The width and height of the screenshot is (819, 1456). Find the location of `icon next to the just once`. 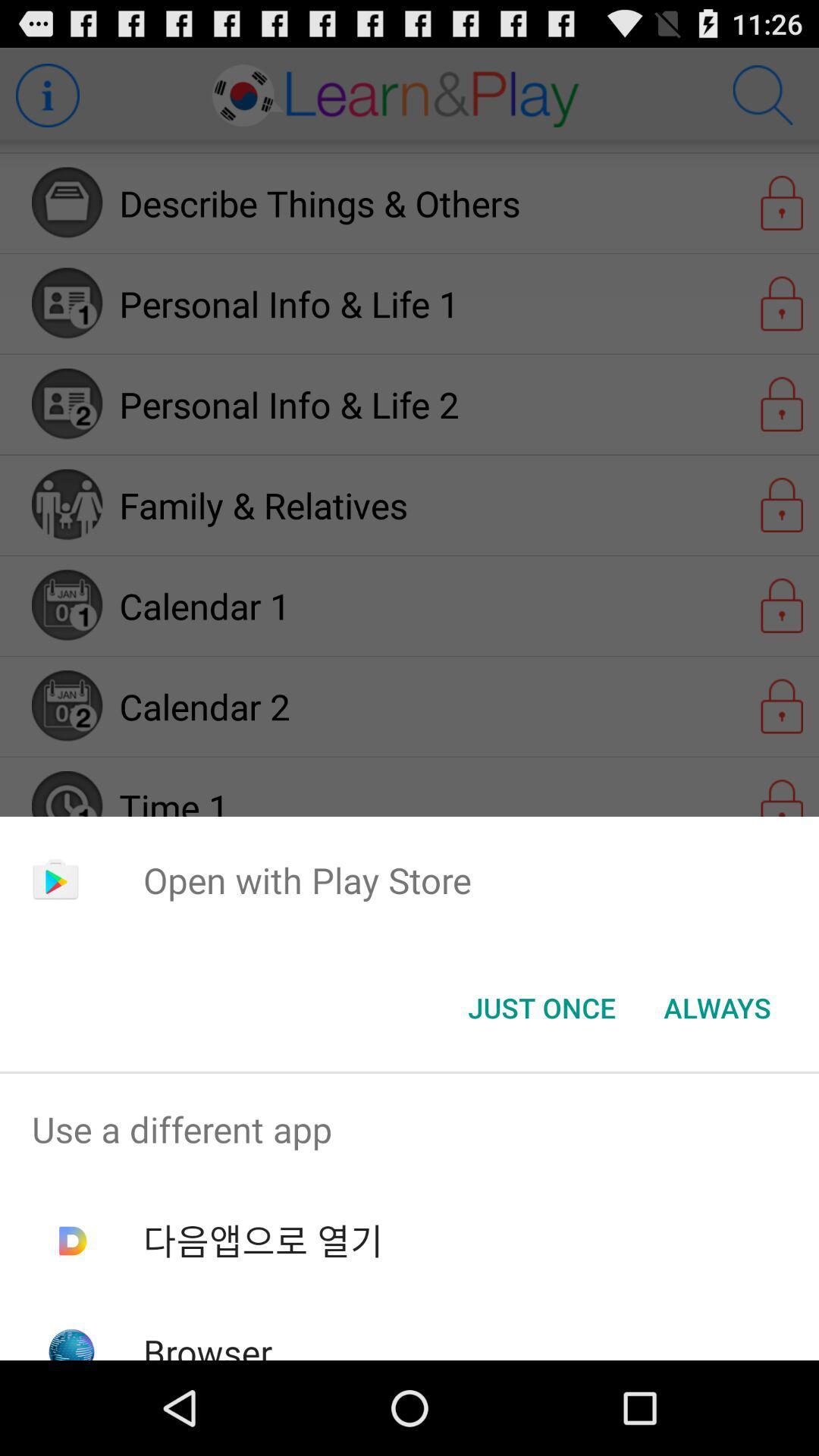

icon next to the just once is located at coordinates (717, 1008).